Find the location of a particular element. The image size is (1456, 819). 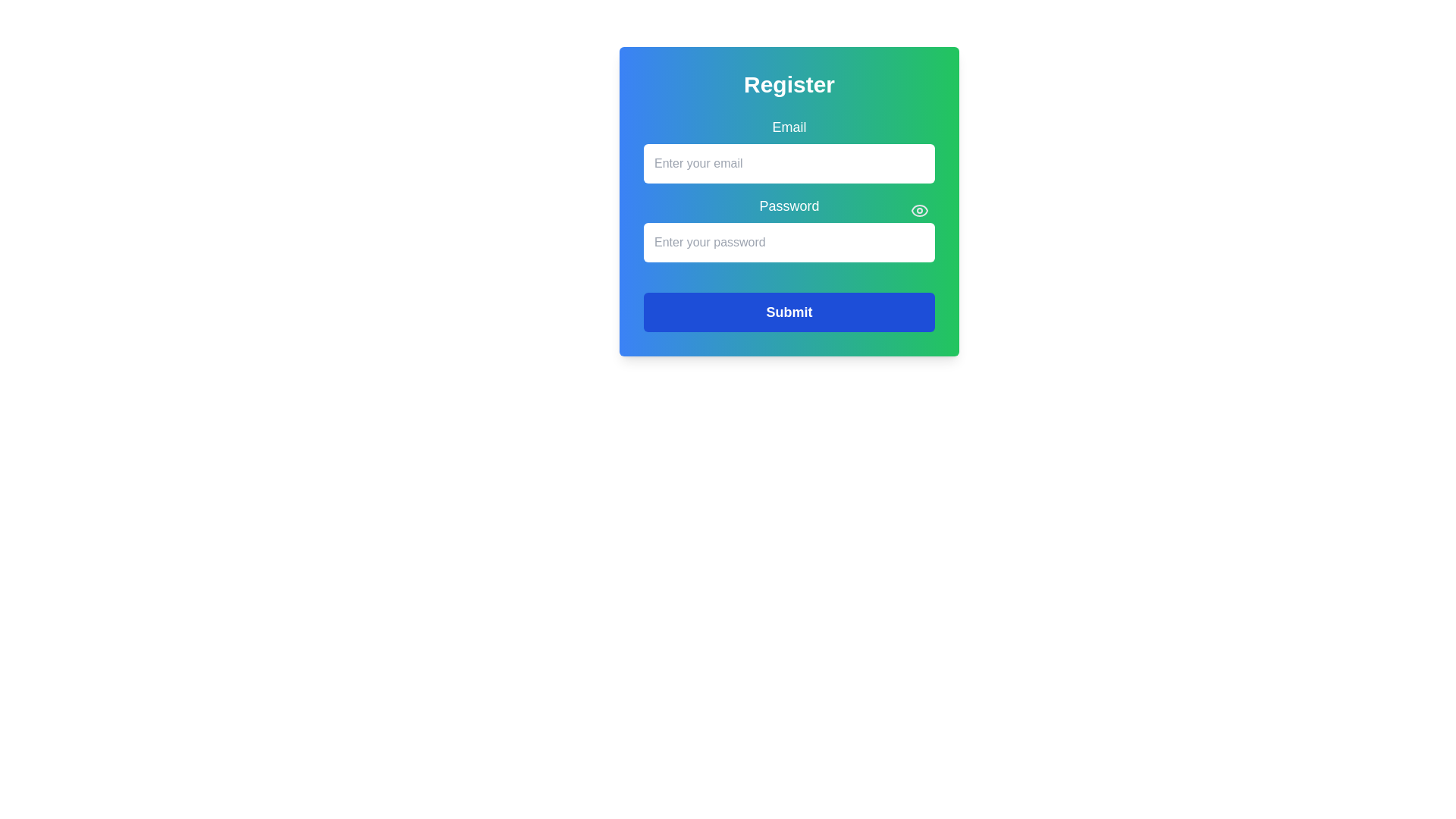

the label that provides context for the email input field, located below the 'Register' heading is located at coordinates (789, 127).